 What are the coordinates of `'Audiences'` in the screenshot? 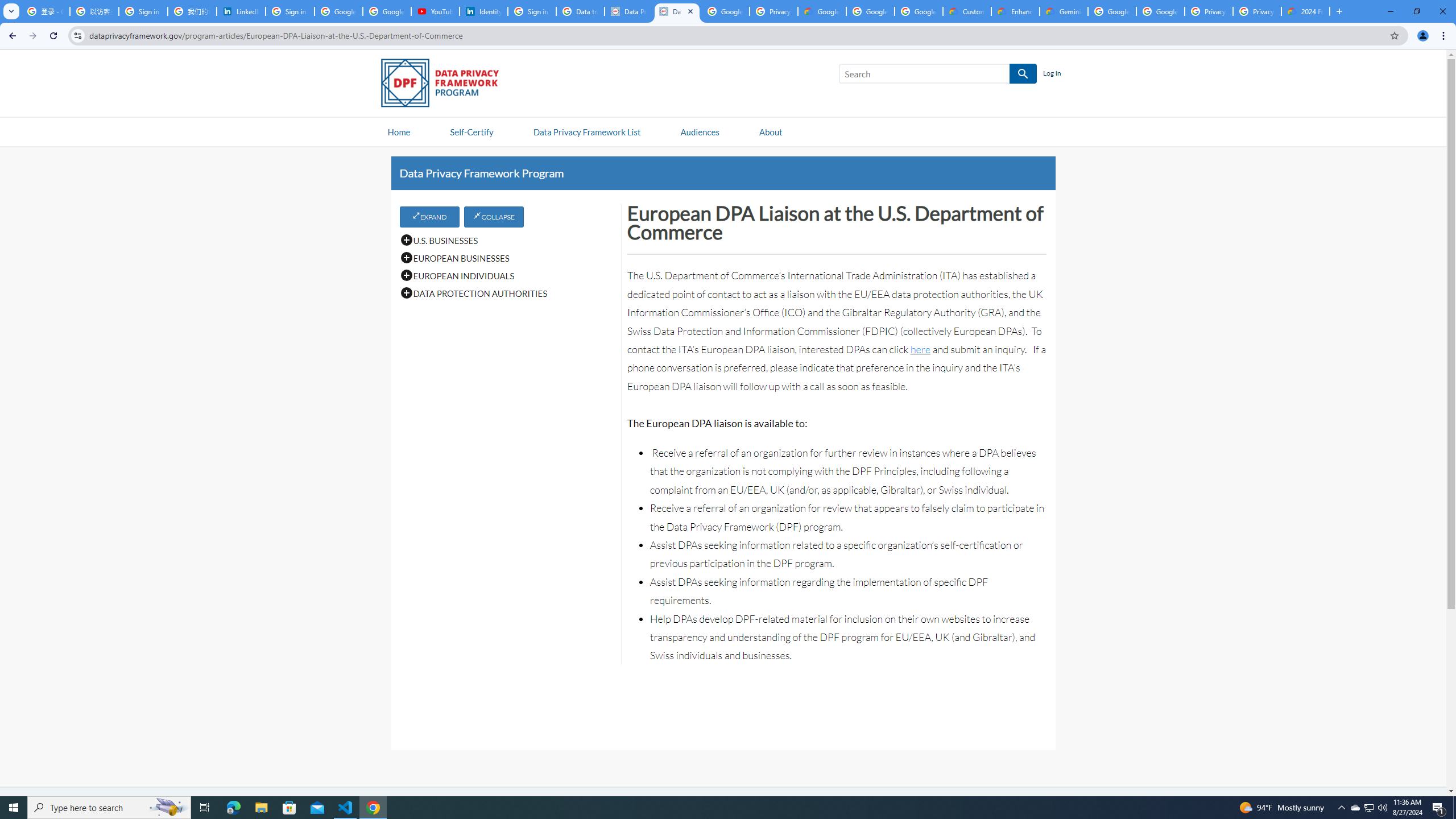 It's located at (700, 131).